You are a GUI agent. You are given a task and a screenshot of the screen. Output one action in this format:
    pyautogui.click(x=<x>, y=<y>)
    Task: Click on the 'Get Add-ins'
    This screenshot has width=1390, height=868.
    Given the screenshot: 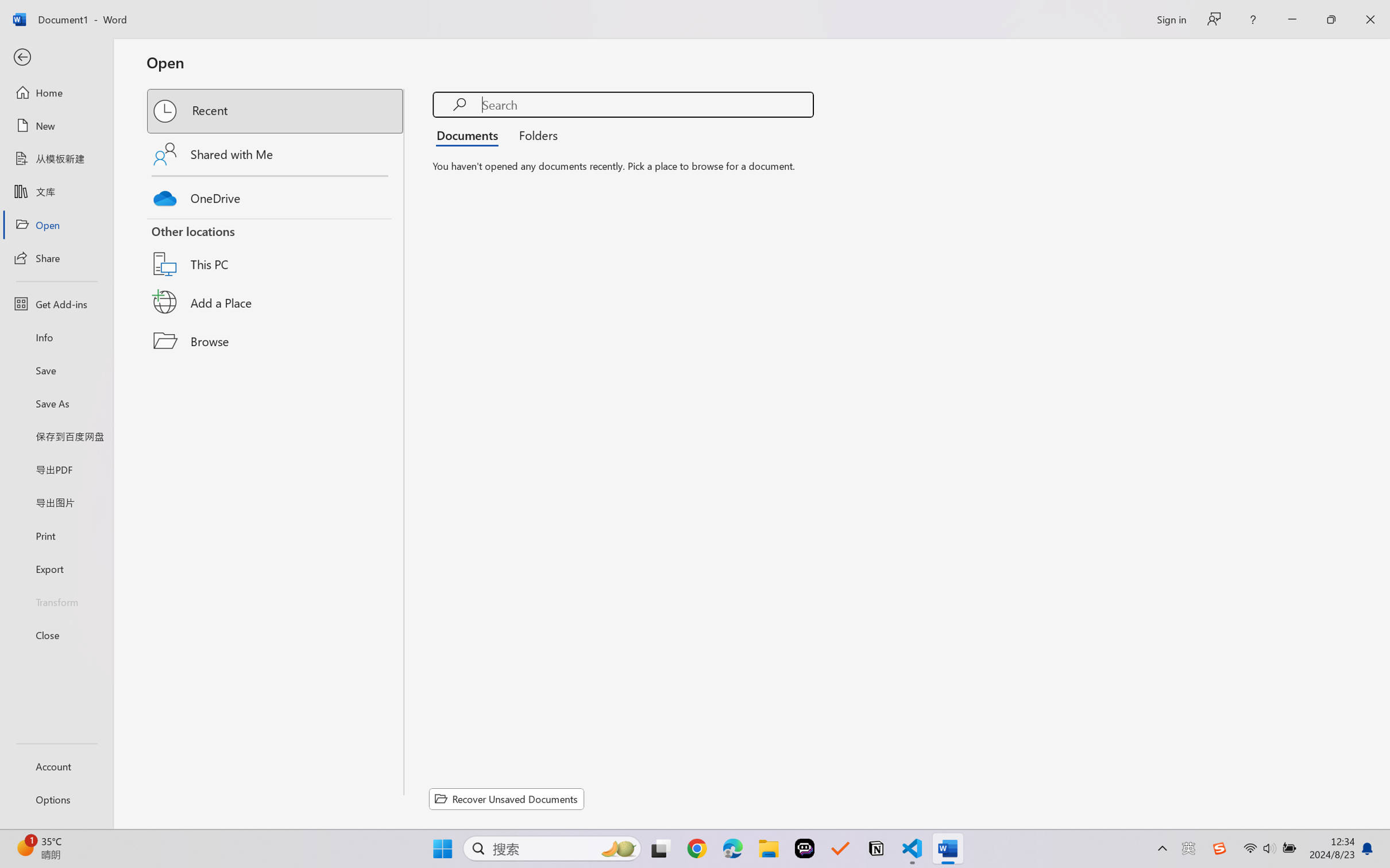 What is the action you would take?
    pyautogui.click(x=56, y=303)
    